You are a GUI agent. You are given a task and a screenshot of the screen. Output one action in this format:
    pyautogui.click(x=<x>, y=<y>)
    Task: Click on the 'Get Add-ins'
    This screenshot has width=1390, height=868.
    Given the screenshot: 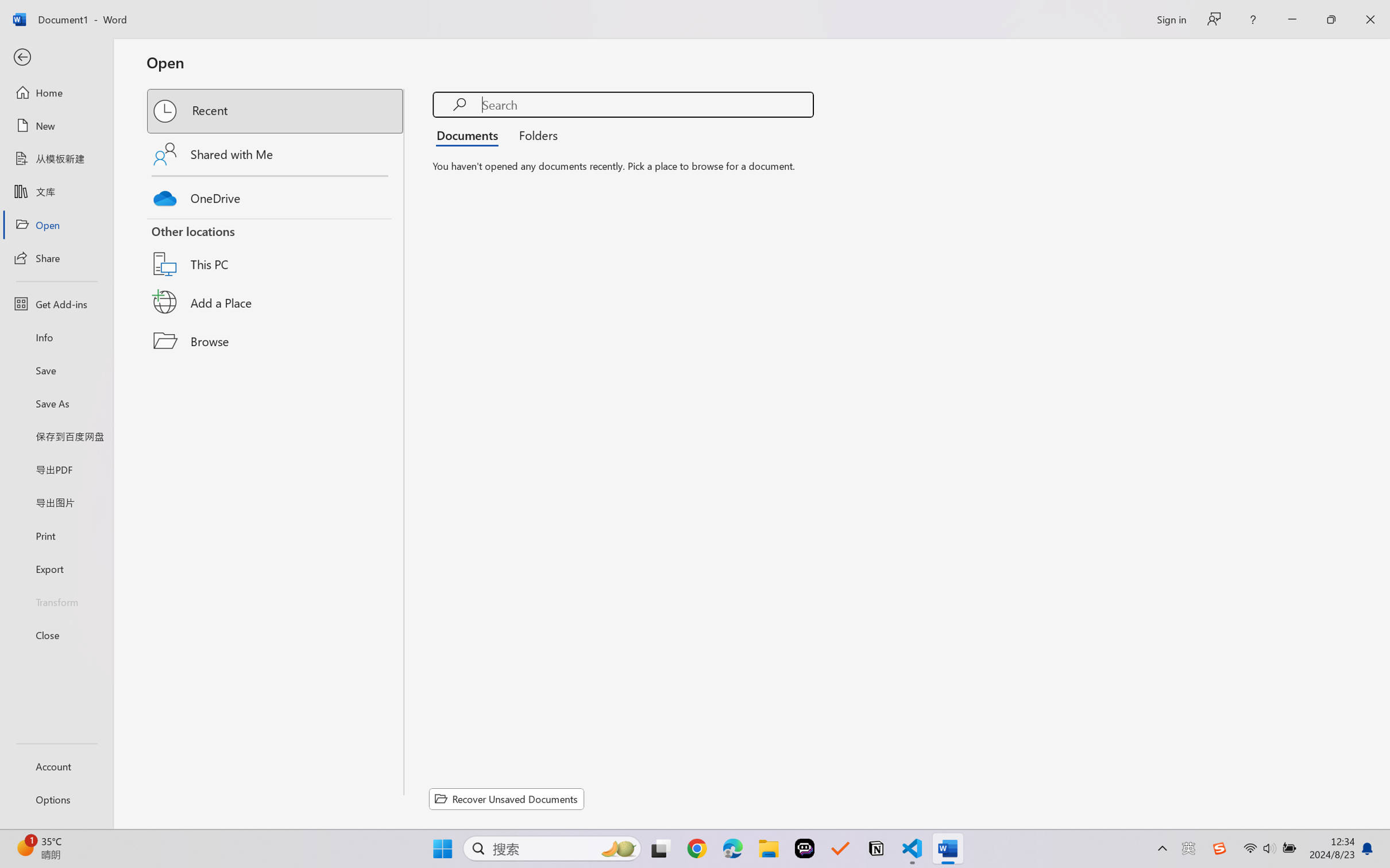 What is the action you would take?
    pyautogui.click(x=56, y=303)
    